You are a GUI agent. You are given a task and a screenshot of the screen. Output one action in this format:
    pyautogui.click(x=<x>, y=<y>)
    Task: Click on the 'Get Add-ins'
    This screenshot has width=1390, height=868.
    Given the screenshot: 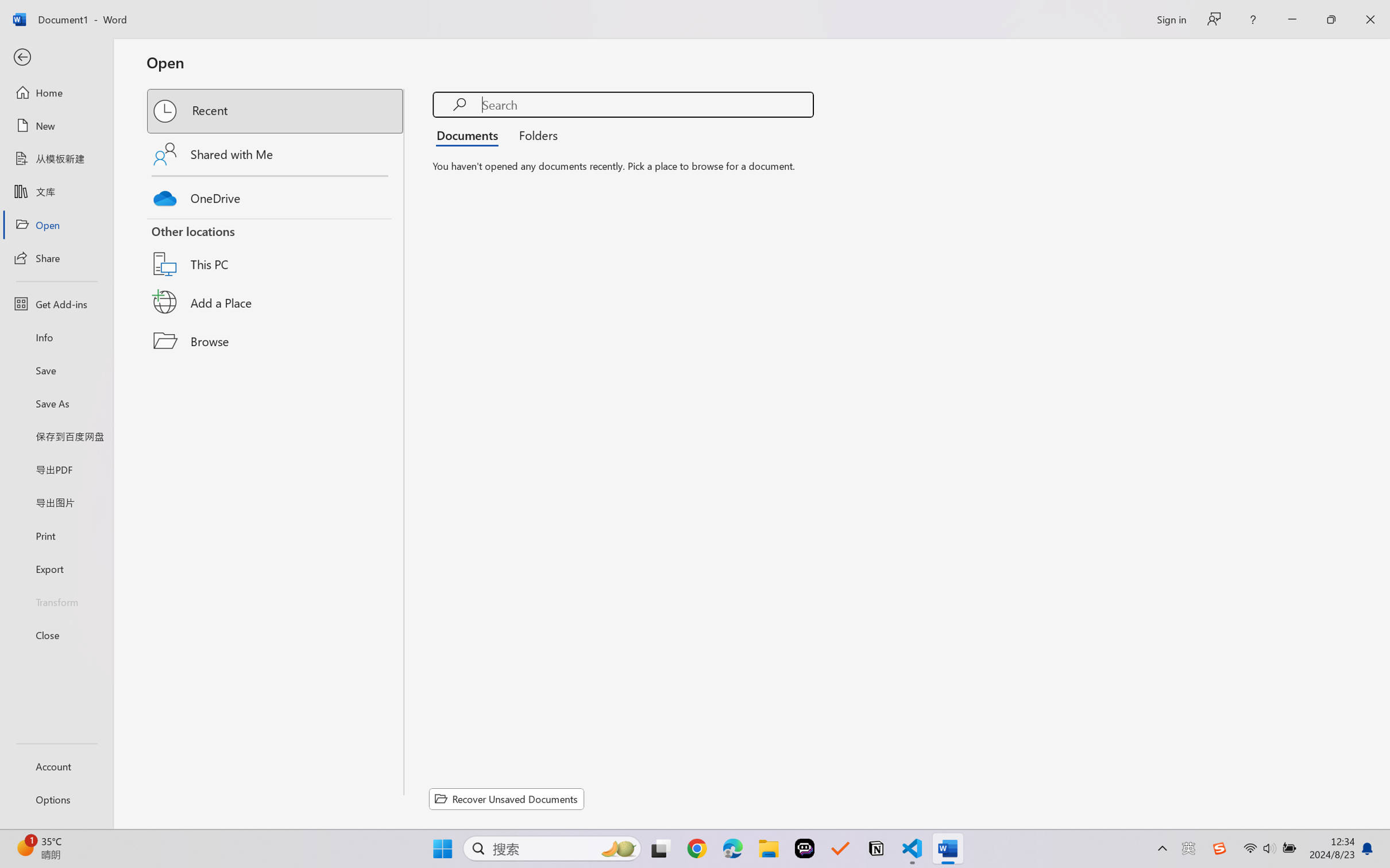 What is the action you would take?
    pyautogui.click(x=56, y=303)
    